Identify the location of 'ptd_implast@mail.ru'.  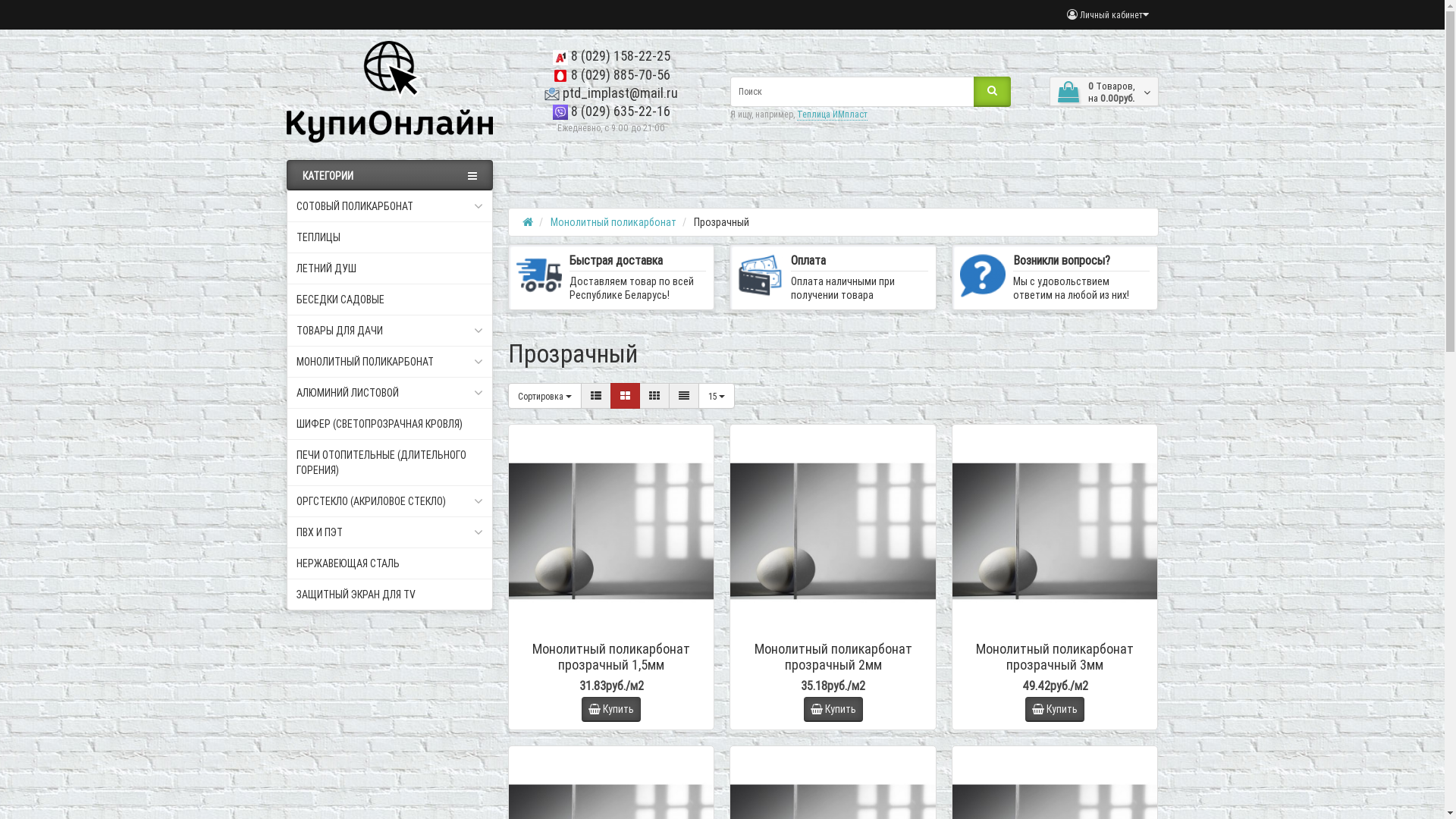
(544, 93).